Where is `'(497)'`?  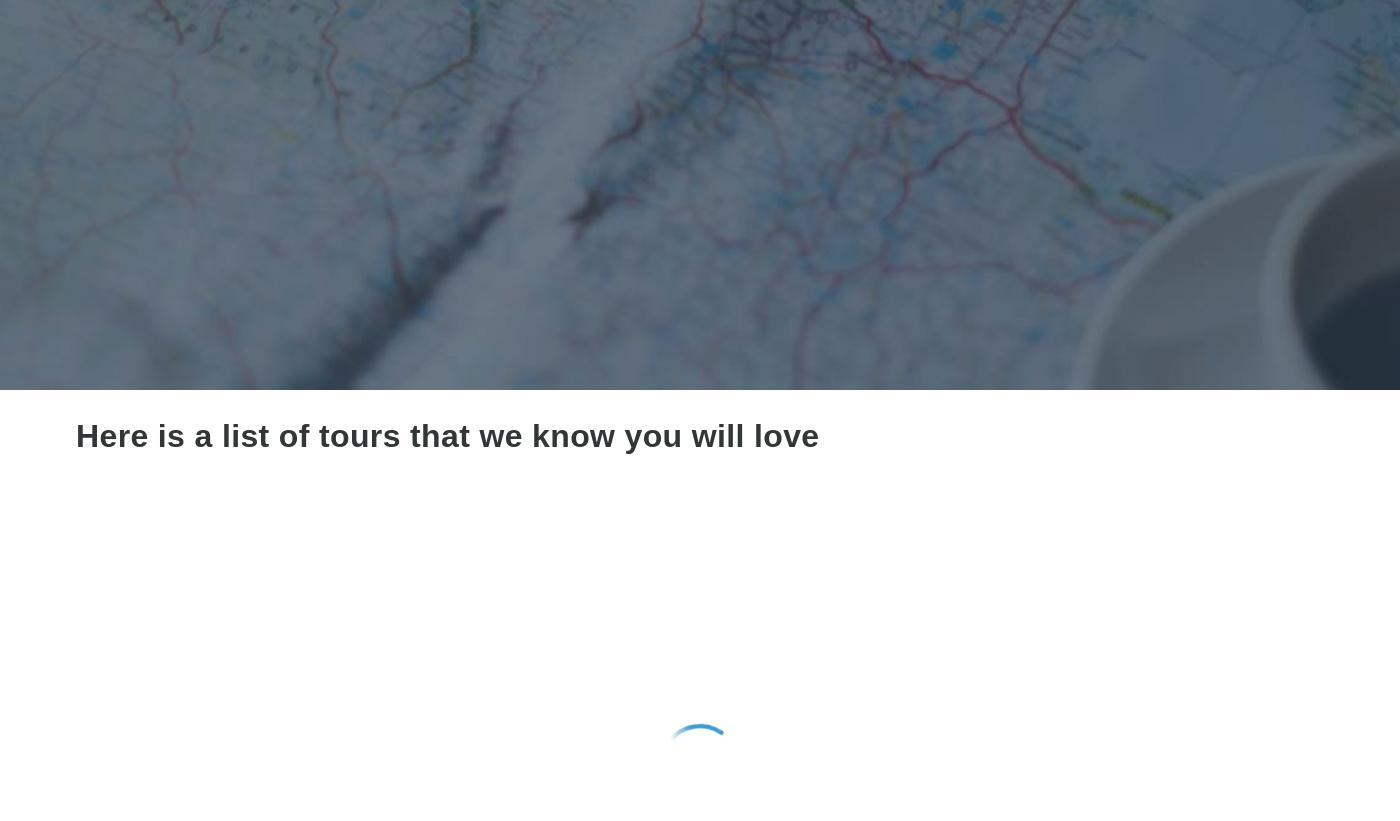
'(497)' is located at coordinates (1141, 743).